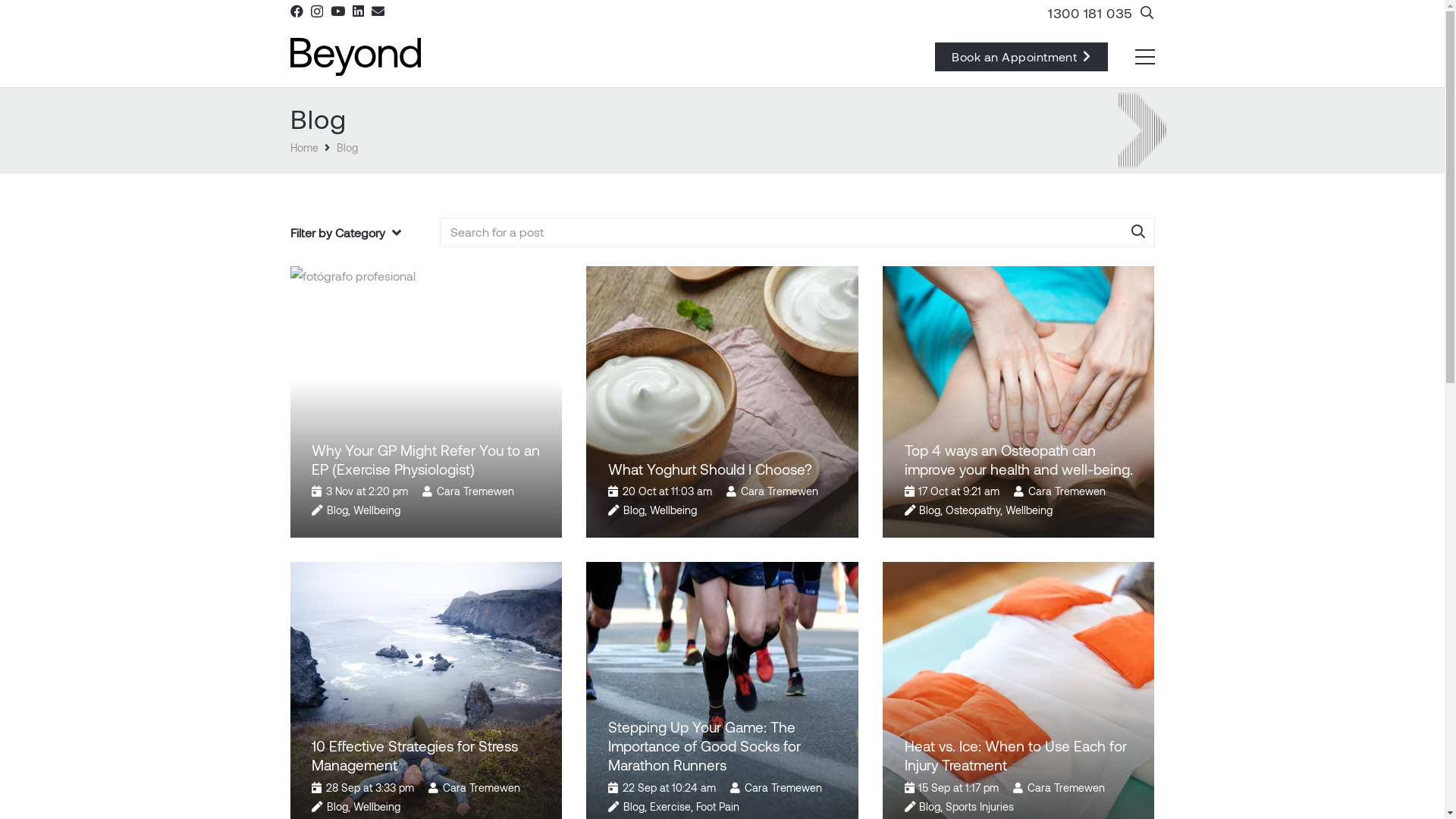  Describe the element at coordinates (1015, 755) in the screenshot. I see `'Heat vs. Ice: When to Use Each for Injury Treatment'` at that location.